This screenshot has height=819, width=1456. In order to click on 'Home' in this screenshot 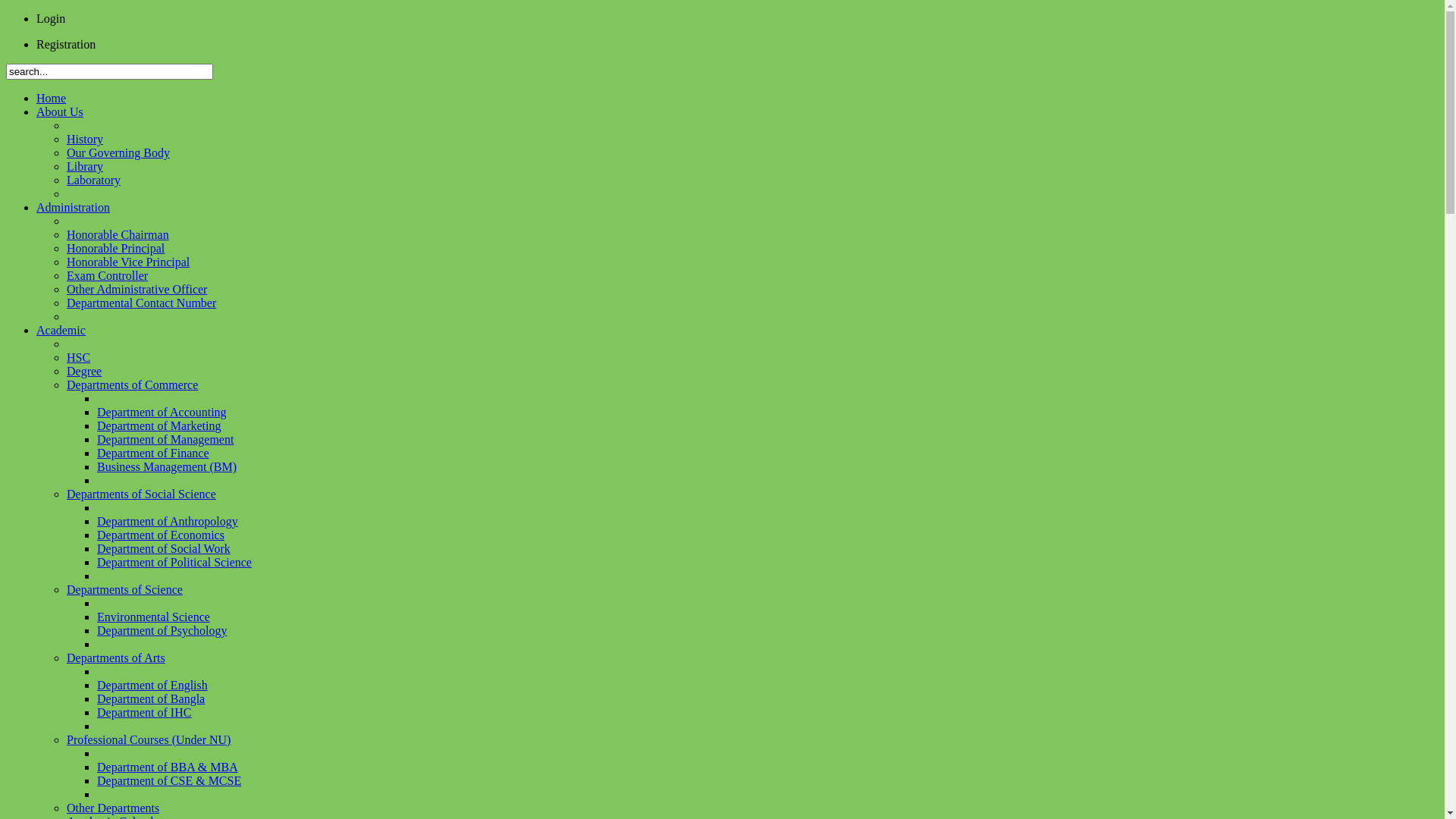, I will do `click(36, 98)`.